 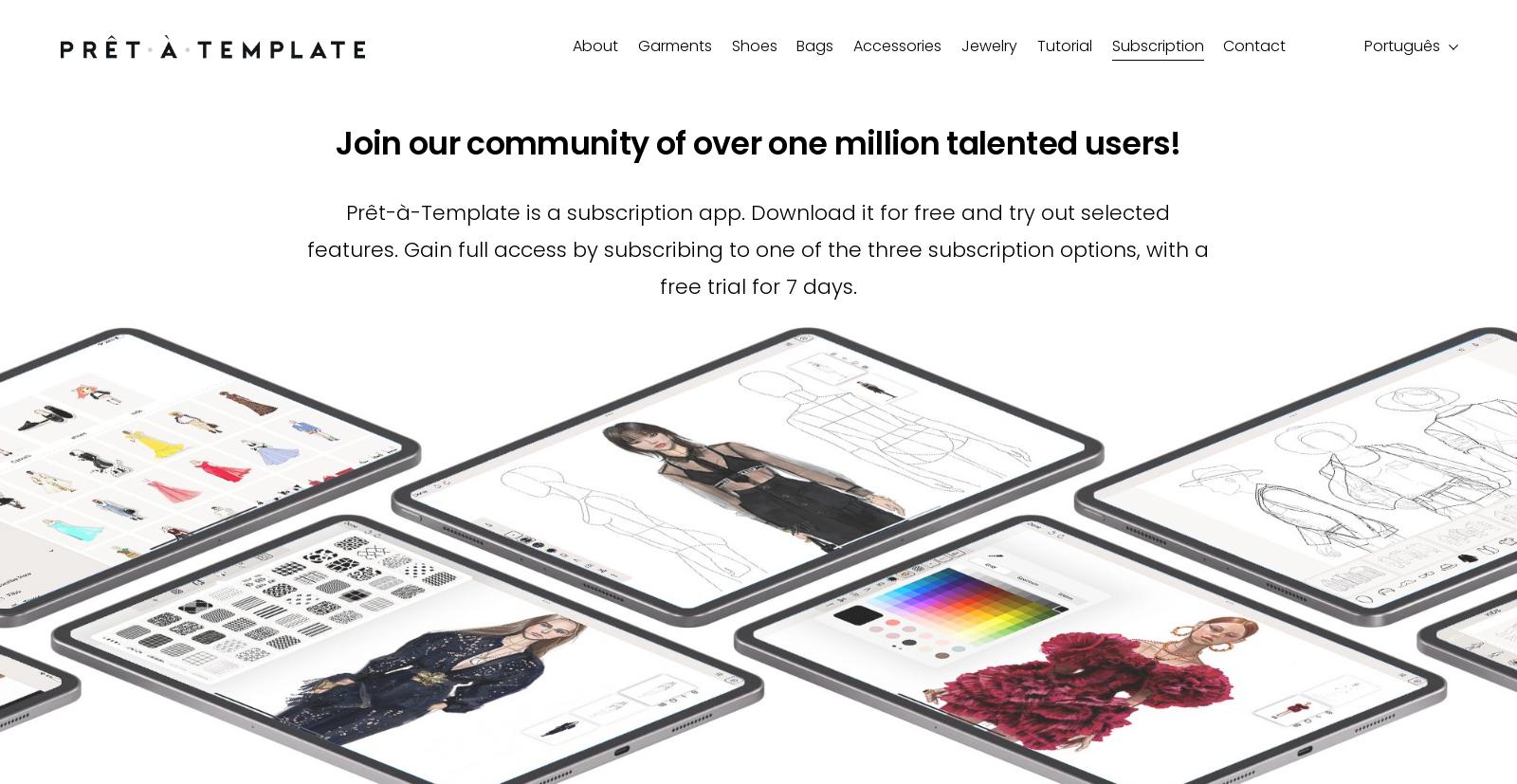 I want to click on 'Português', so click(x=1401, y=45).